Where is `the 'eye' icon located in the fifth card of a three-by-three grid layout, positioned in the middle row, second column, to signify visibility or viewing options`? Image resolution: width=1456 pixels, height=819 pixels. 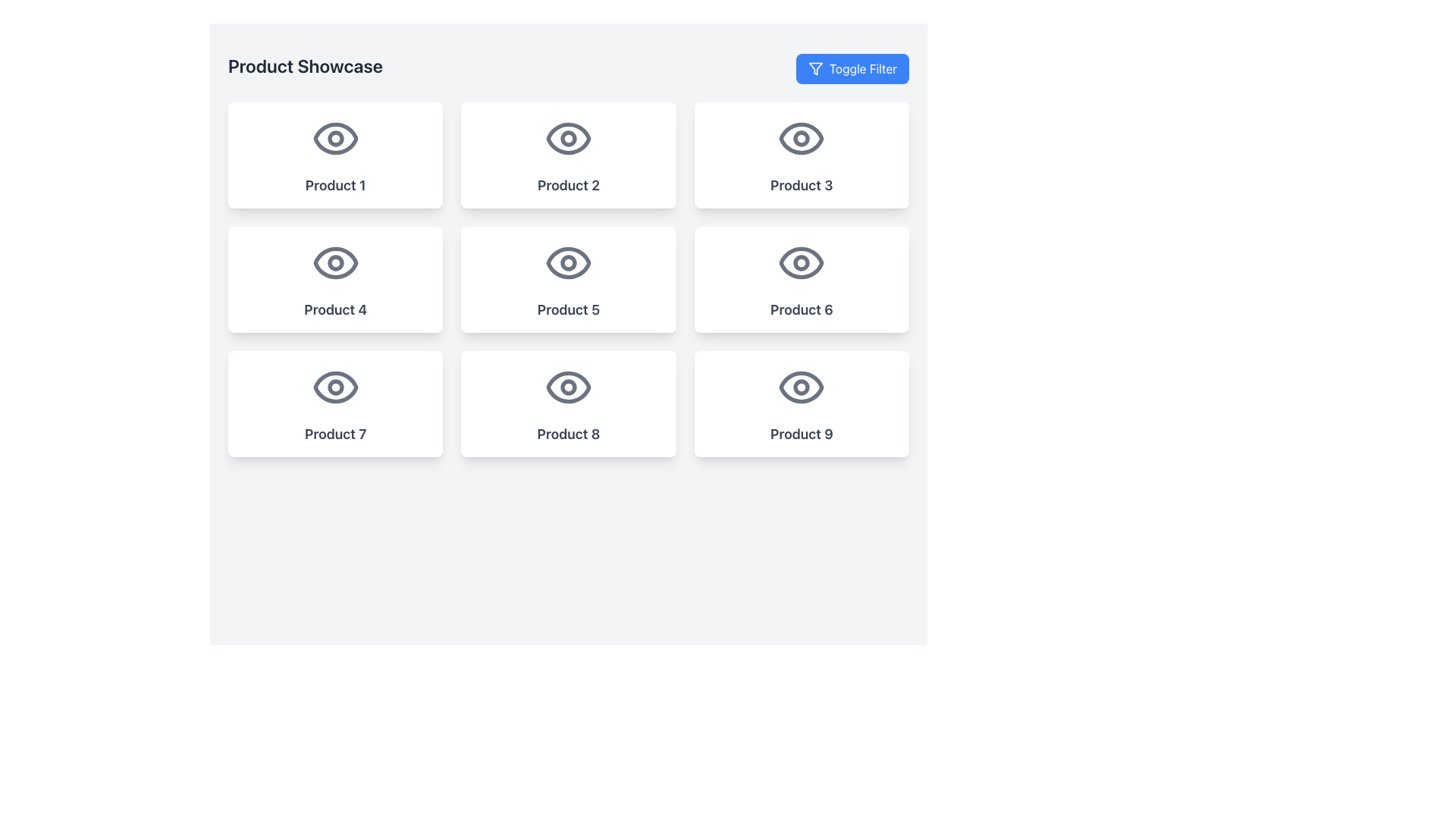 the 'eye' icon located in the fifth card of a three-by-three grid layout, positioned in the middle row, second column, to signify visibility or viewing options is located at coordinates (567, 262).